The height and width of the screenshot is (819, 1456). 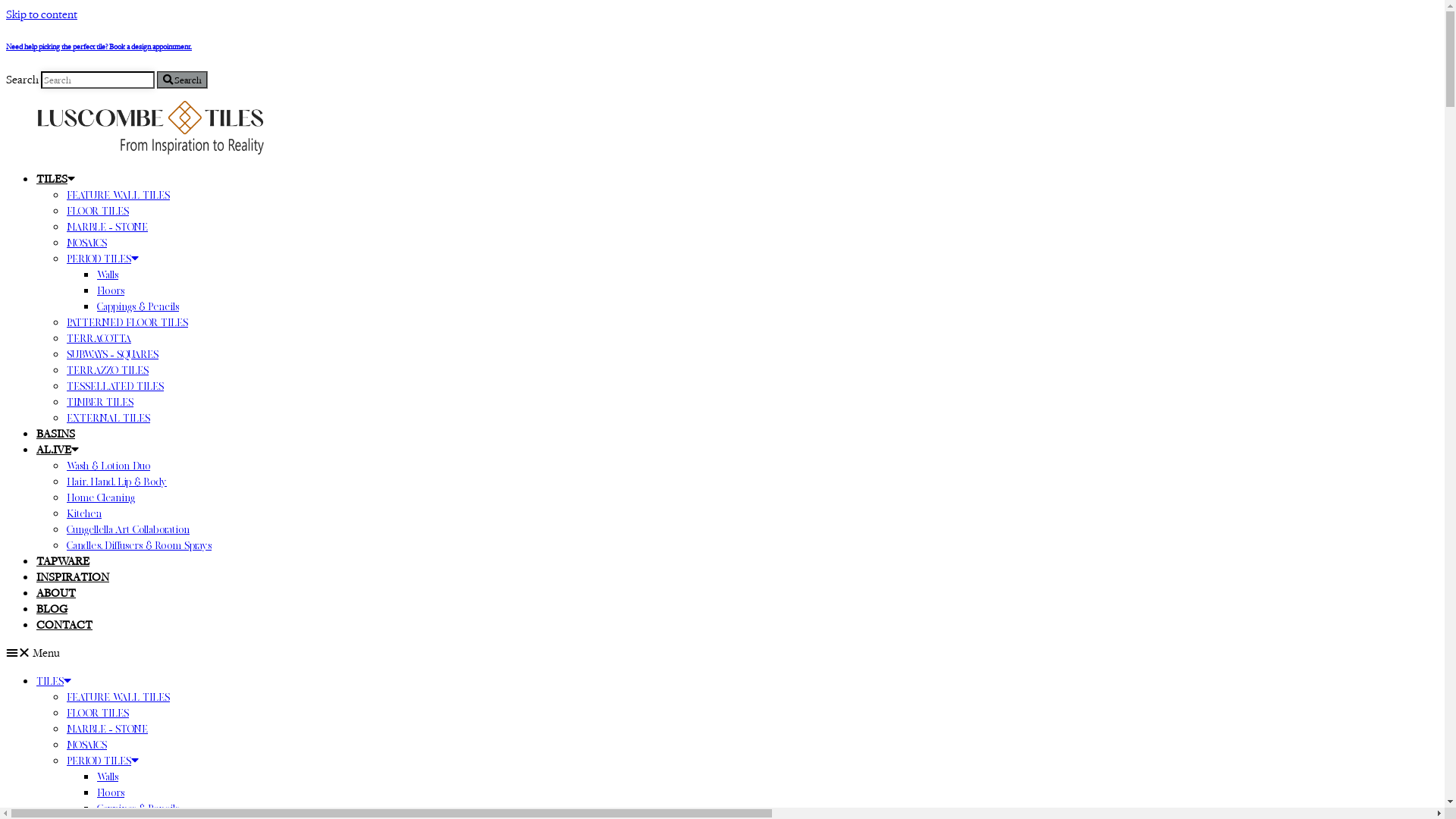 What do you see at coordinates (102, 760) in the screenshot?
I see `'PERIOD TILES'` at bounding box center [102, 760].